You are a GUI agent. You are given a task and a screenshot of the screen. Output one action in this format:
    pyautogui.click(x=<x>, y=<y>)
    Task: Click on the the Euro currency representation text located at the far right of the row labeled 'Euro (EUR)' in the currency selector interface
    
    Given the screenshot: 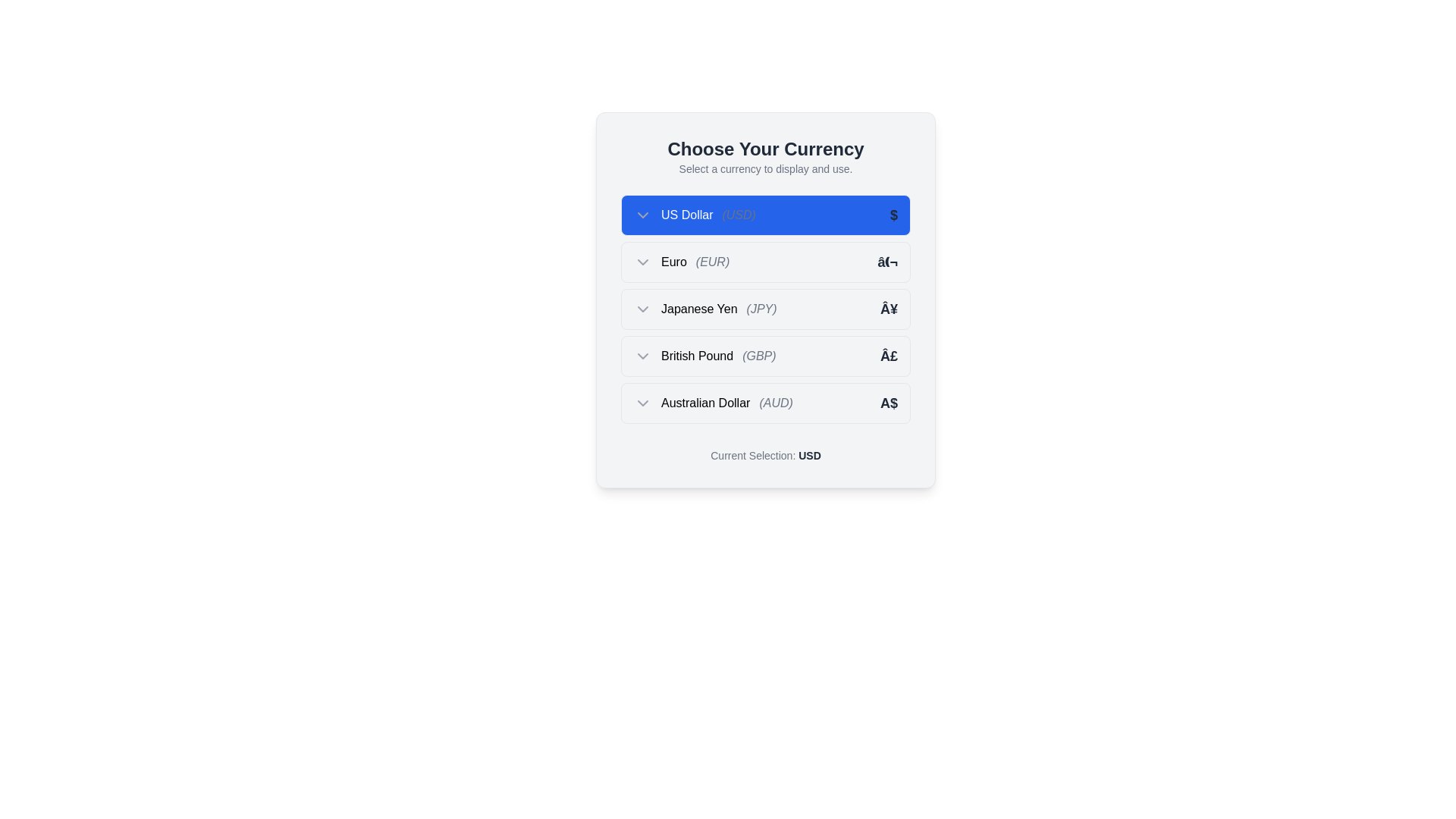 What is the action you would take?
    pyautogui.click(x=887, y=262)
    